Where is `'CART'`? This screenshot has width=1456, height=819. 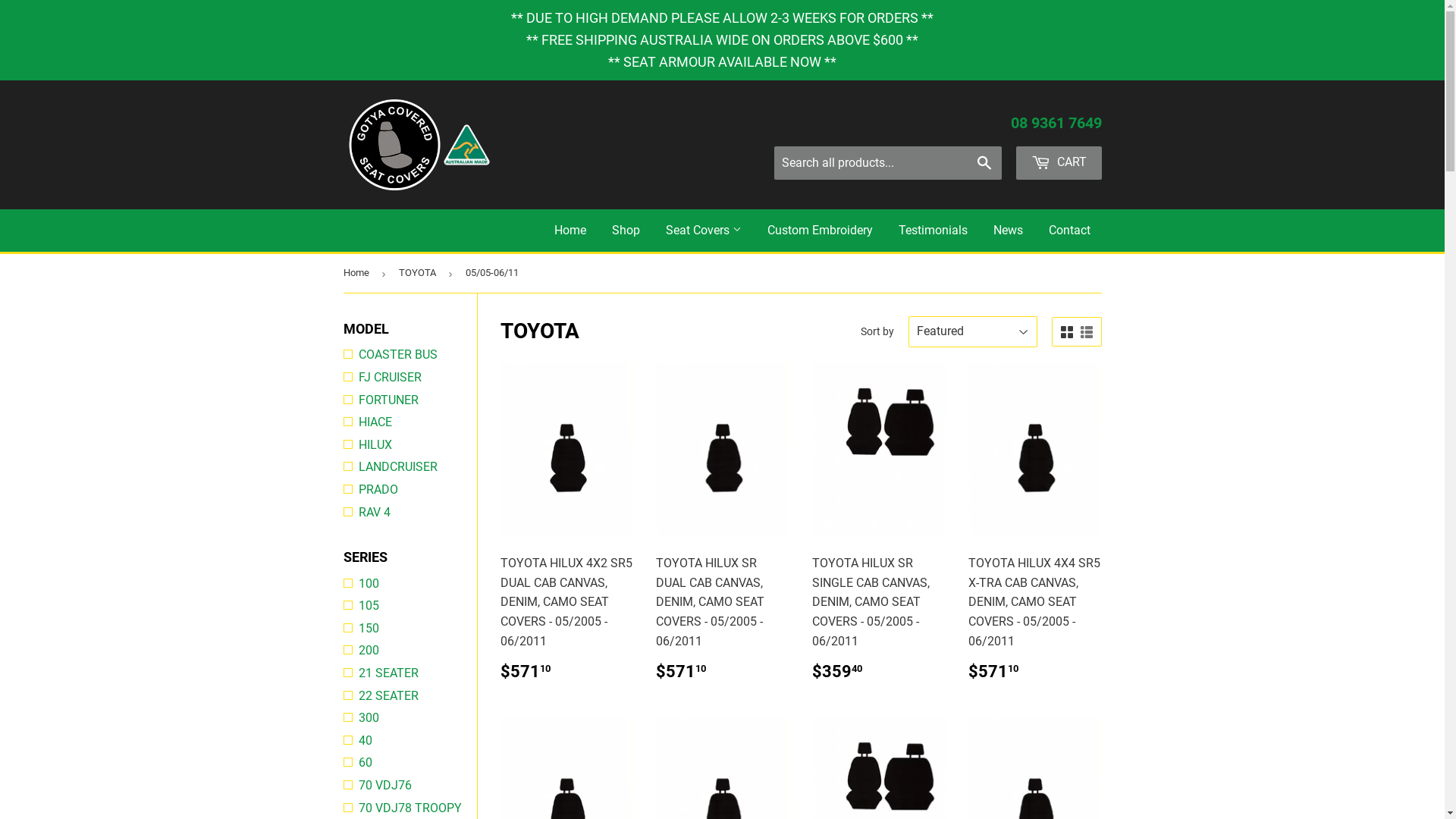 'CART' is located at coordinates (1015, 163).